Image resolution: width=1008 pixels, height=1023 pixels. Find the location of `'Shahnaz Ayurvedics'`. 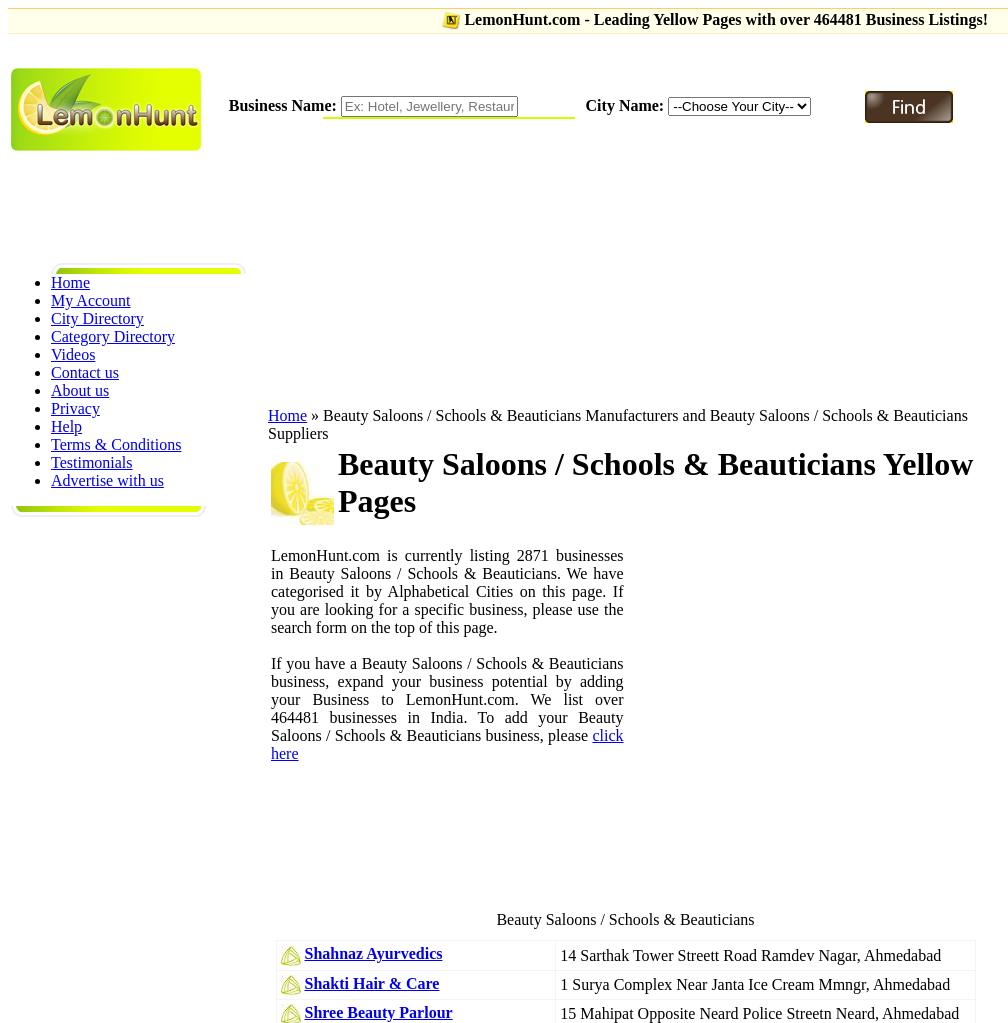

'Shahnaz Ayurvedics' is located at coordinates (304, 953).